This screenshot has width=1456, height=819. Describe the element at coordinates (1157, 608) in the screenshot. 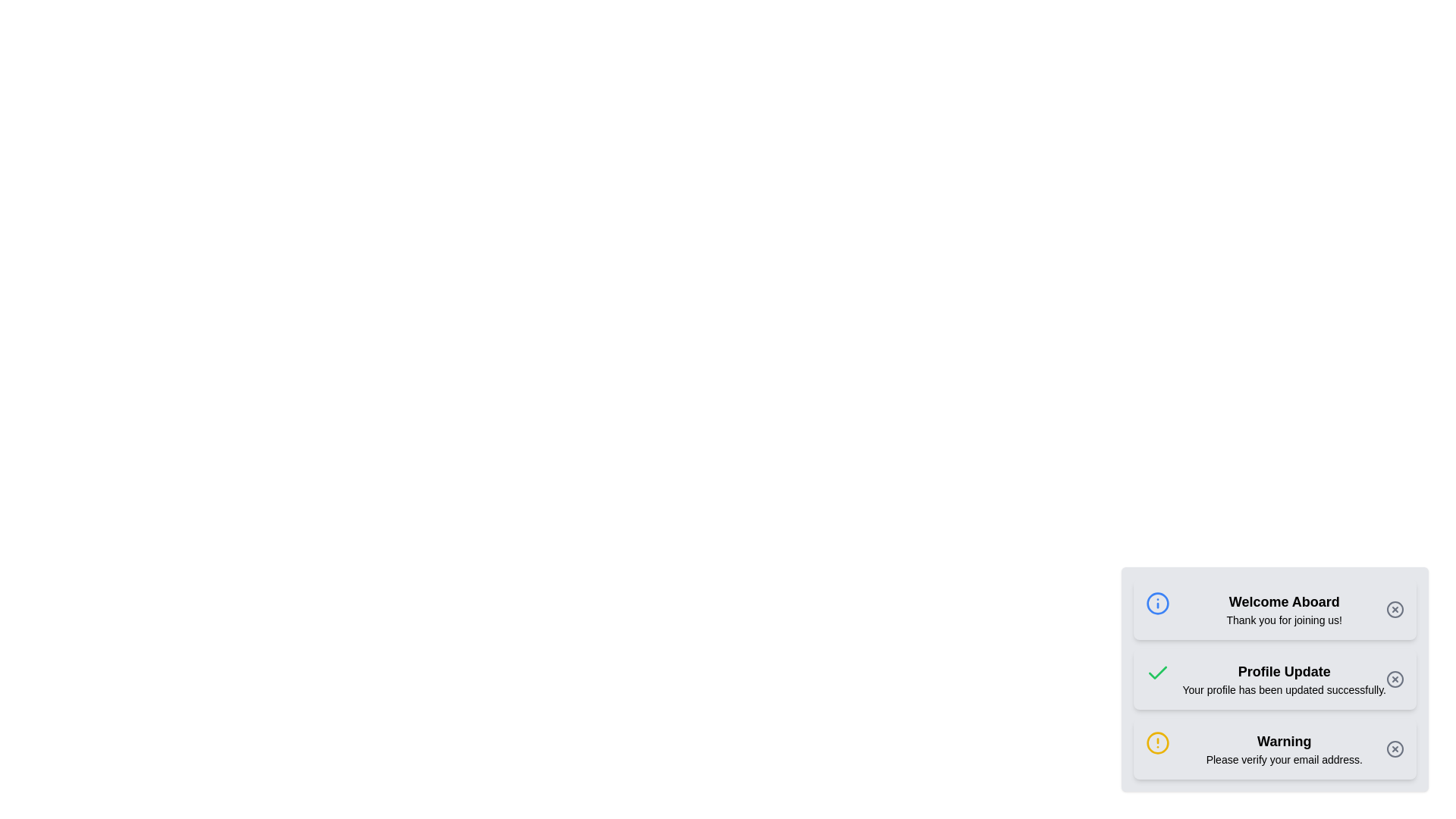

I see `the informational icon located at the top-left corner of the 'Welcome Aboard' notification card, which visually indicates the notification's context` at that location.